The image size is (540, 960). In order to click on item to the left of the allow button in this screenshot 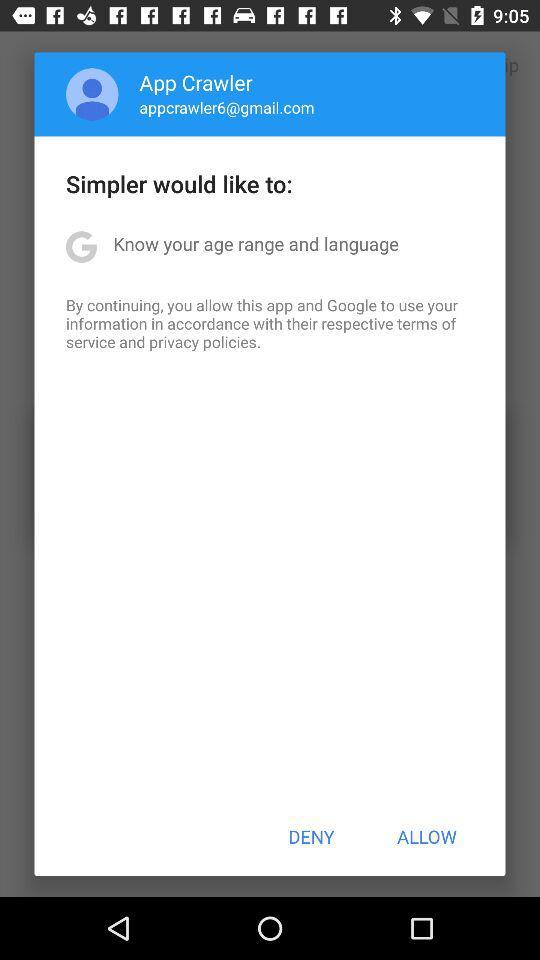, I will do `click(311, 836)`.